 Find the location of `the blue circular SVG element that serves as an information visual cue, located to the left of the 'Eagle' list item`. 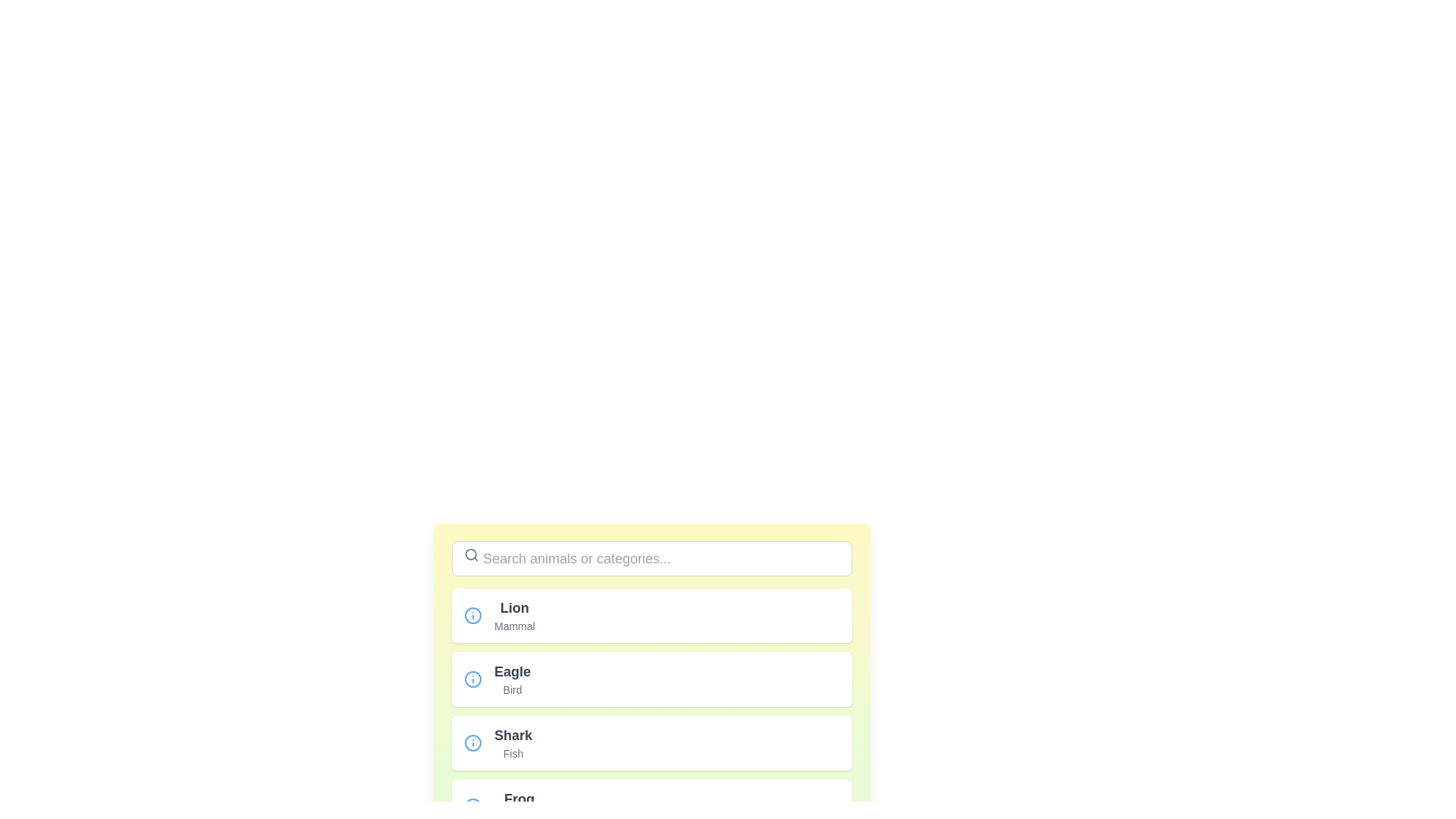

the blue circular SVG element that serves as an information visual cue, located to the left of the 'Eagle' list item is located at coordinates (472, 616).